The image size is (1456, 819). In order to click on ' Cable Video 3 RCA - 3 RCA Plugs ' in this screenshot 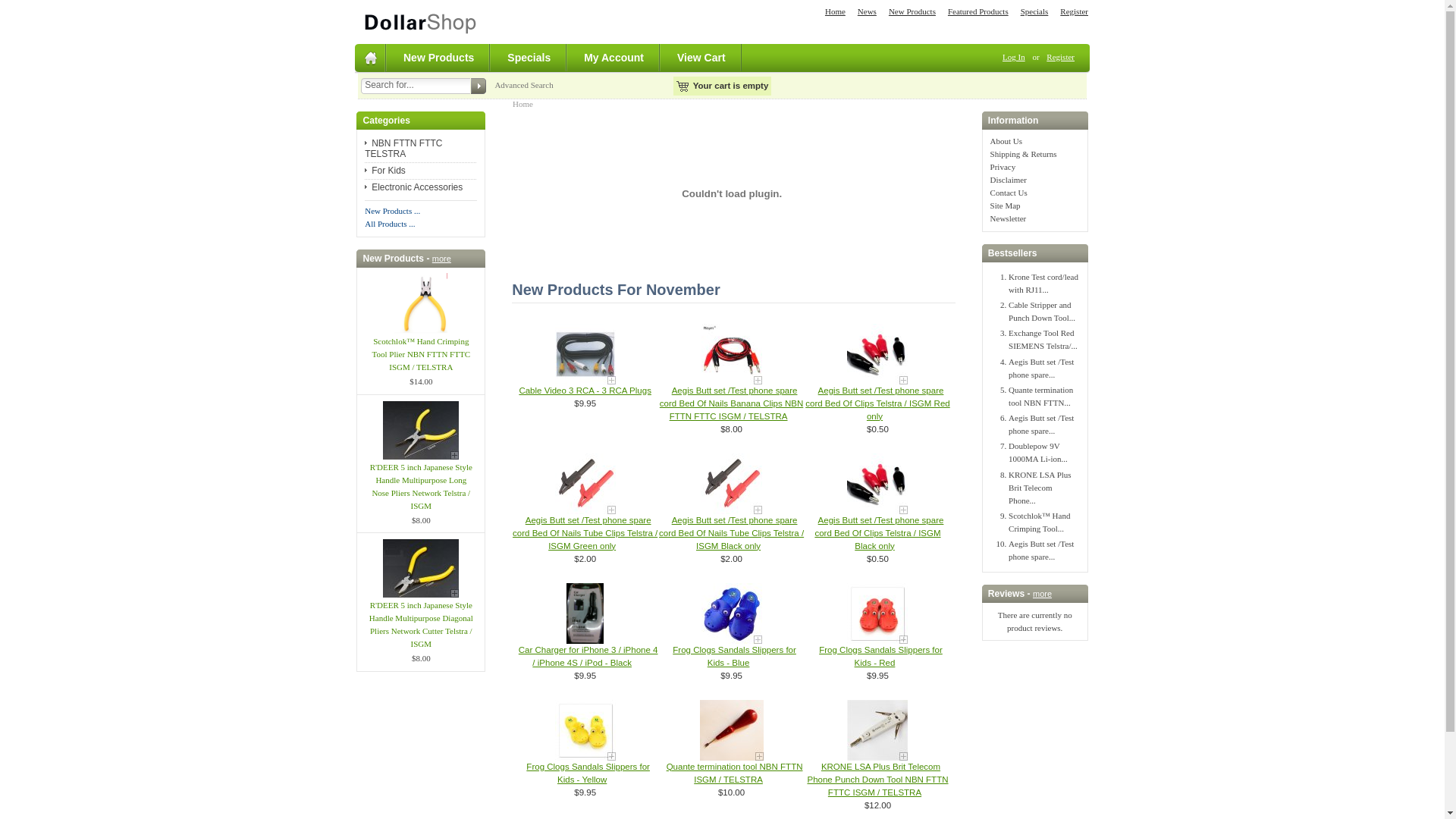, I will do `click(585, 353)`.